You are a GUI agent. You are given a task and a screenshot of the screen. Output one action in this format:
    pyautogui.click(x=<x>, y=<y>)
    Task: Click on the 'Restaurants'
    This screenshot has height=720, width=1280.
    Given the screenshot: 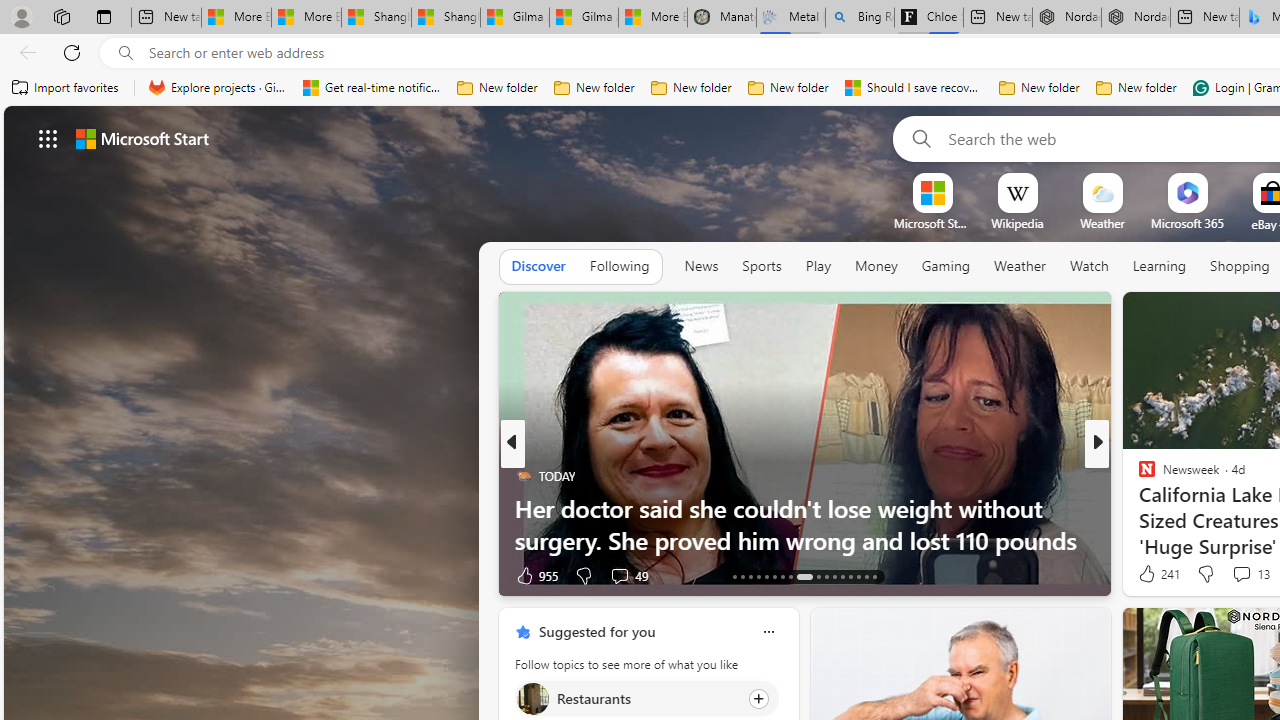 What is the action you would take?
    pyautogui.click(x=532, y=697)
    